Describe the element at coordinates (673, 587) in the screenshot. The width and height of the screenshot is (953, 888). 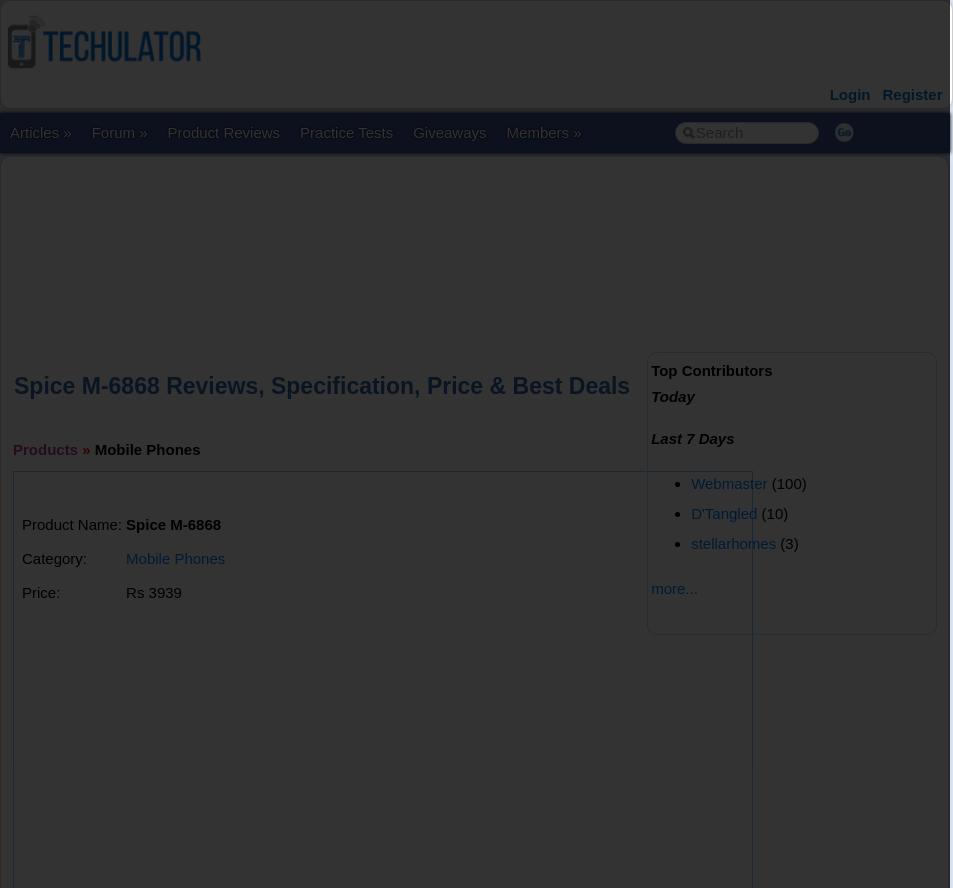
I see `'more...'` at that location.